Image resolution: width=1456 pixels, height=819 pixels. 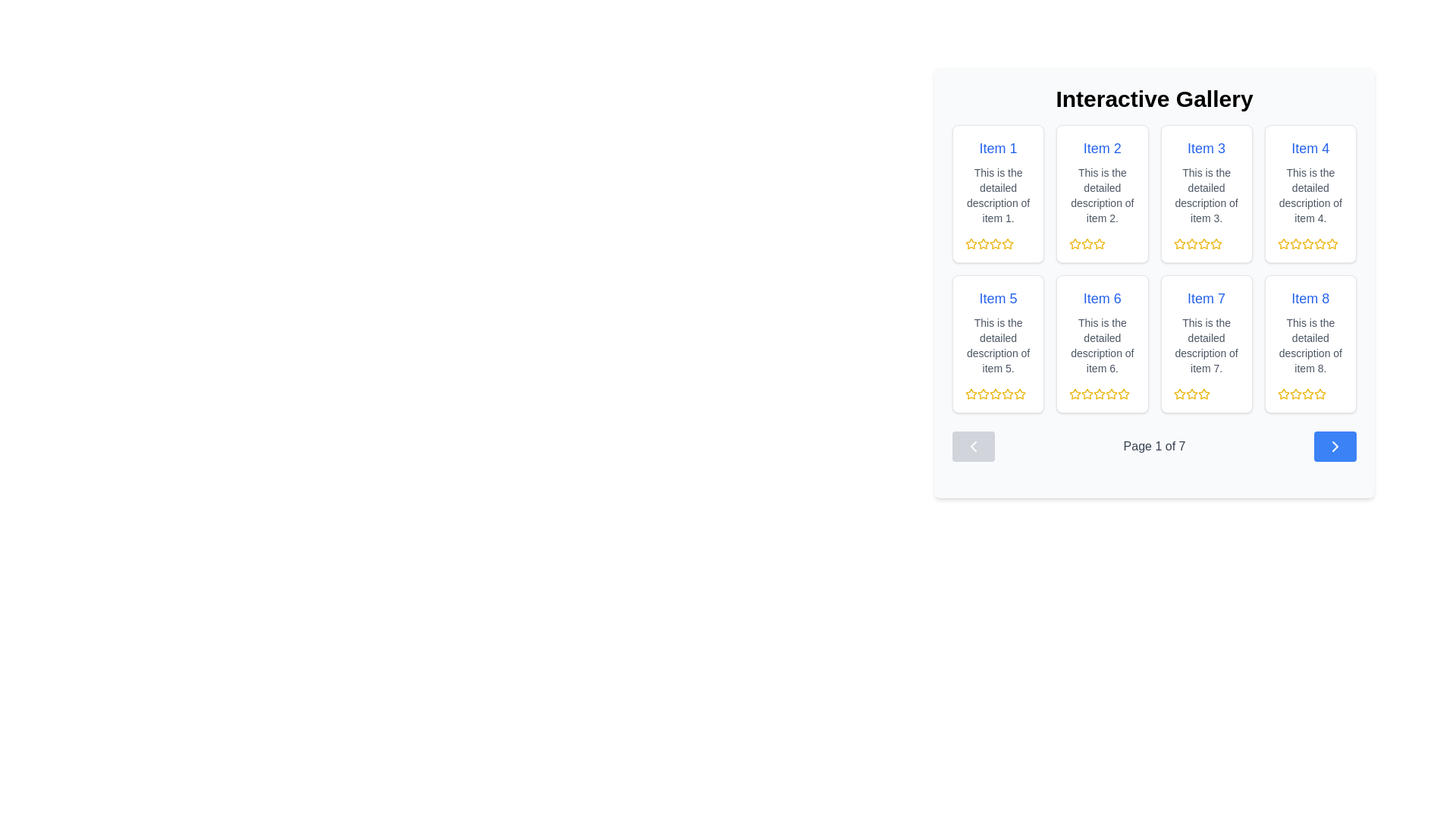 What do you see at coordinates (1310, 298) in the screenshot?
I see `the text heading that serves as a title or identifier for the corresponding tile in the grid of items, located in the bottom-right corner of the display area` at bounding box center [1310, 298].